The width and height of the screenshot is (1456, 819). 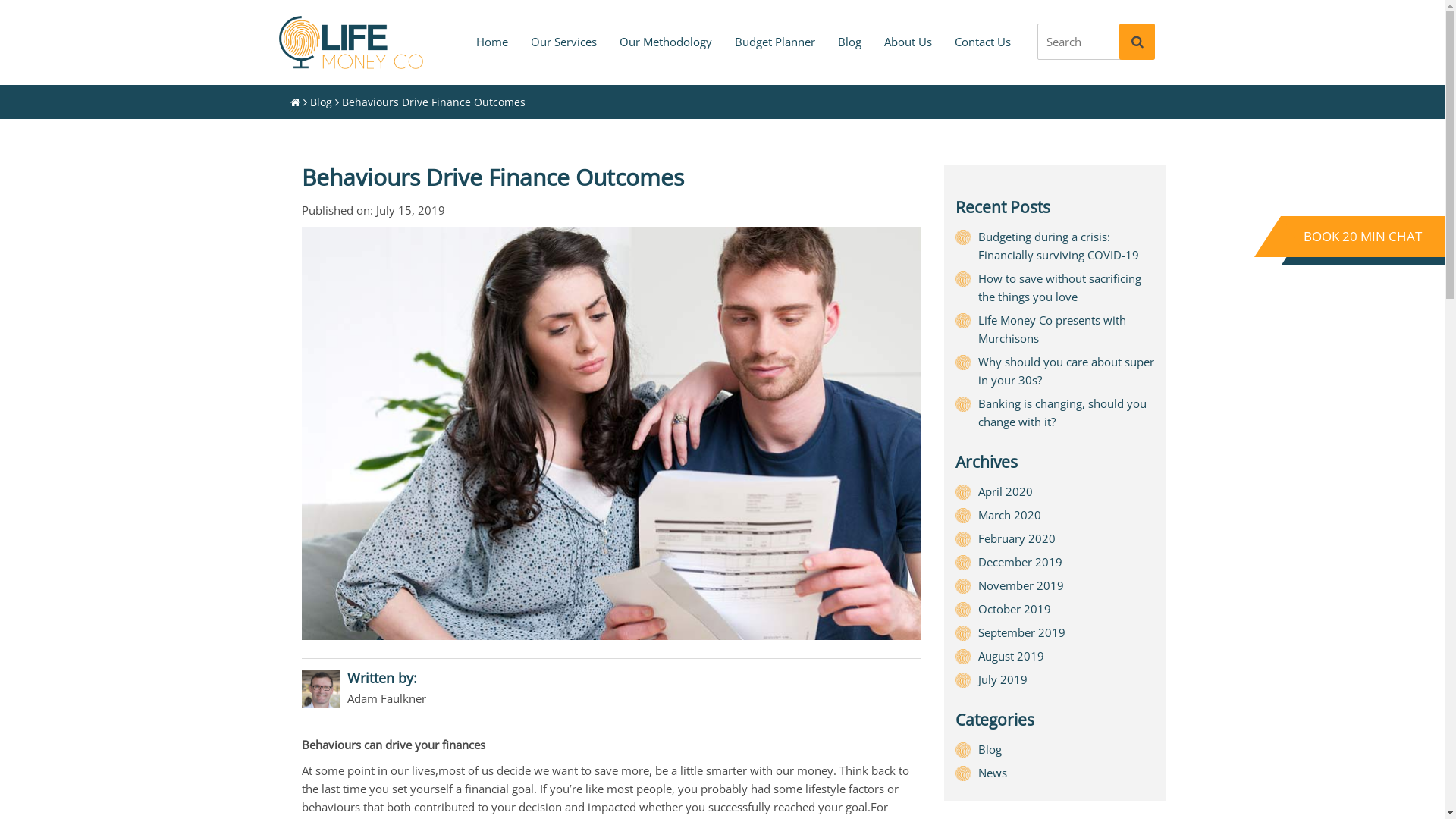 What do you see at coordinates (1016, 537) in the screenshot?
I see `'February 2020'` at bounding box center [1016, 537].